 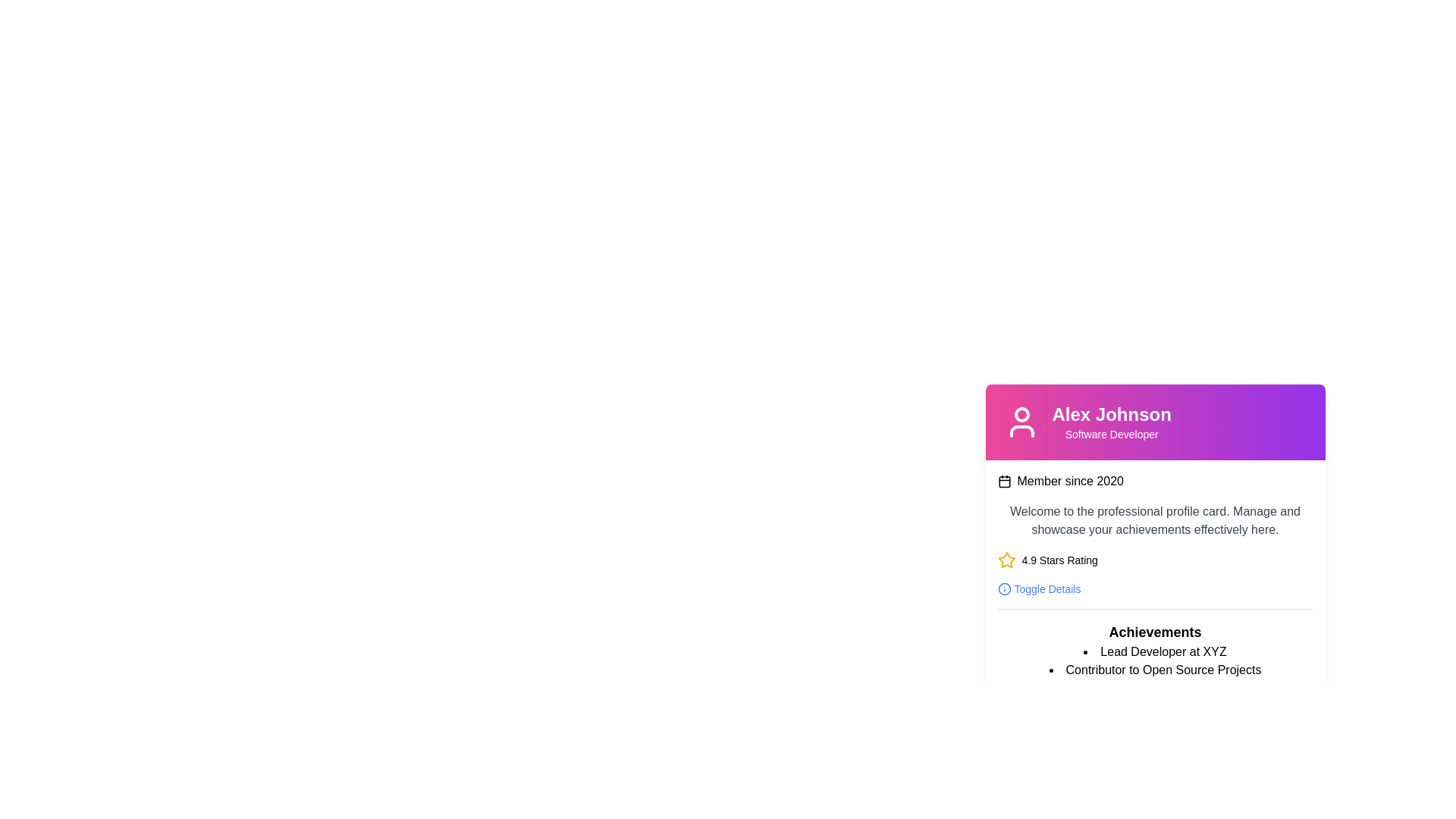 What do you see at coordinates (1154, 651) in the screenshot?
I see `the first bullet point in the 'Achievements' section that describes the user's professional title or role` at bounding box center [1154, 651].